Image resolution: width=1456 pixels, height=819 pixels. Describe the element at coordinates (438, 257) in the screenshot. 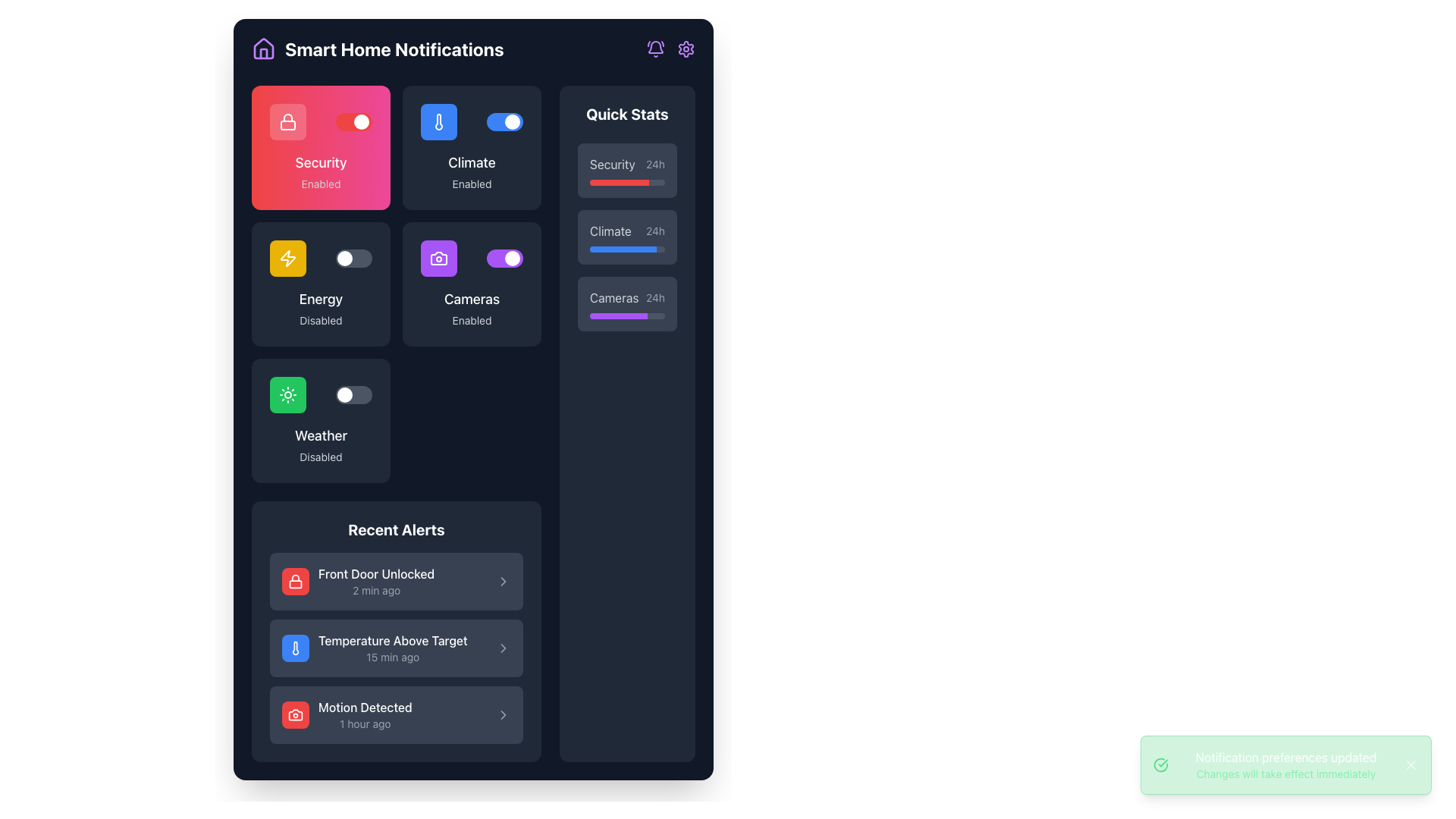

I see `the camera icon located in the control group tile labeled 'Cameras' in the second column of the top row, positioned to the left of the camera toggle switch` at that location.